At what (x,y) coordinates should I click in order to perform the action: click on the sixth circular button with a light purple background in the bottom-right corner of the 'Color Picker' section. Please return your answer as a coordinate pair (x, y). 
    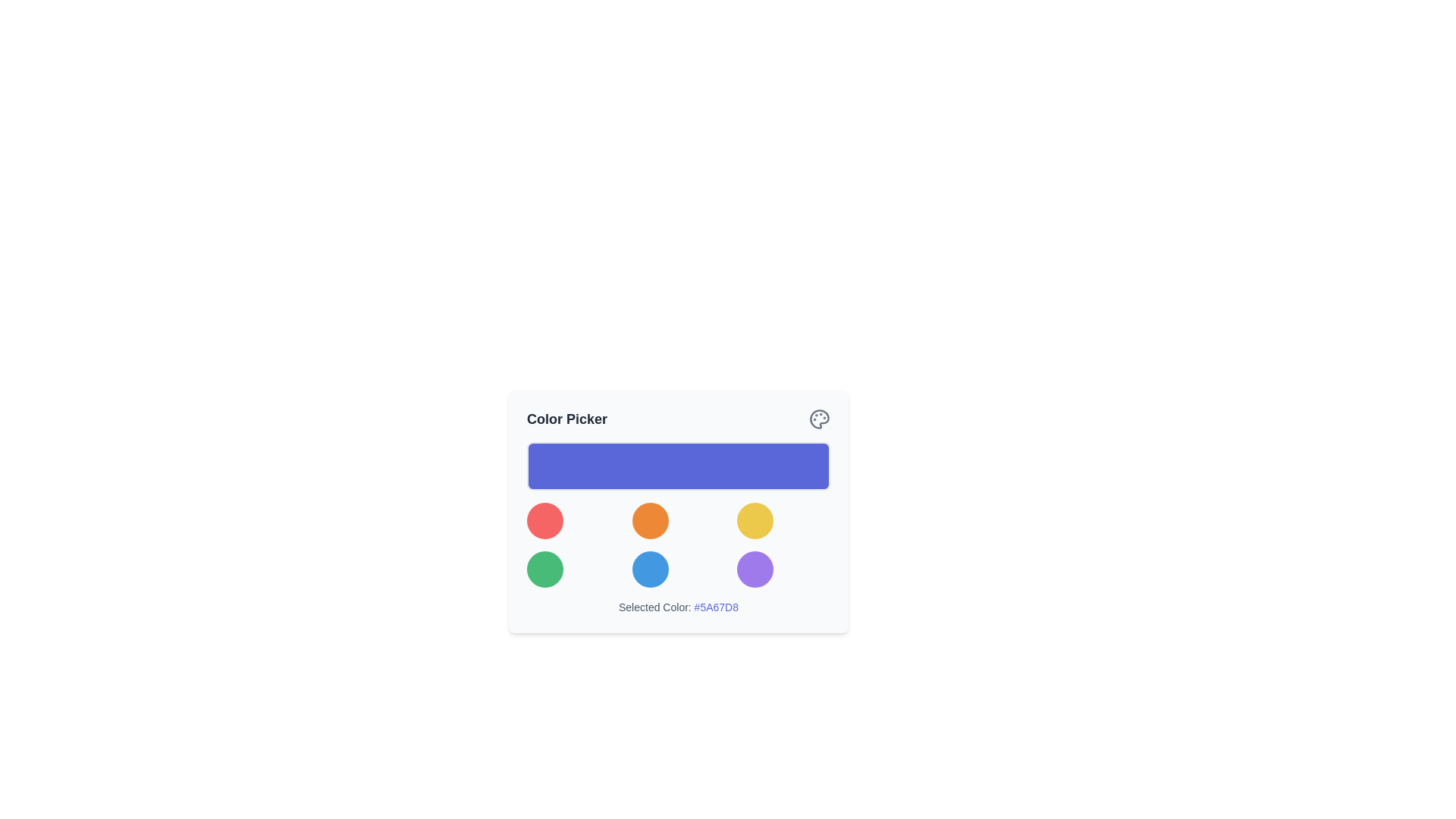
    Looking at the image, I should click on (755, 570).